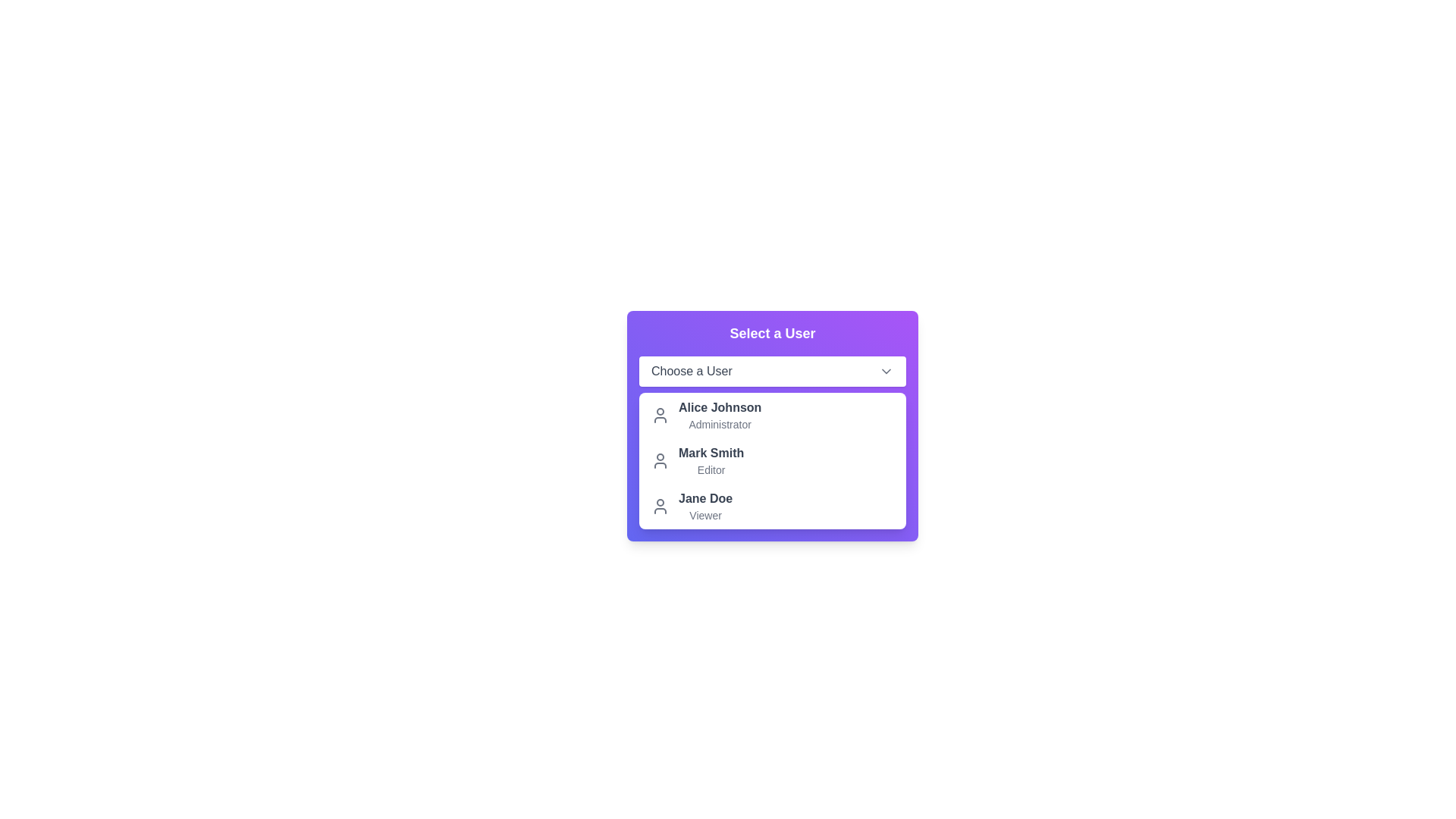 The height and width of the screenshot is (819, 1456). What do you see at coordinates (660, 506) in the screenshot?
I see `the user icon representing 'Jane Doe', which is the third icon in the list, located to the left of 'Jane Doe Viewer'` at bounding box center [660, 506].